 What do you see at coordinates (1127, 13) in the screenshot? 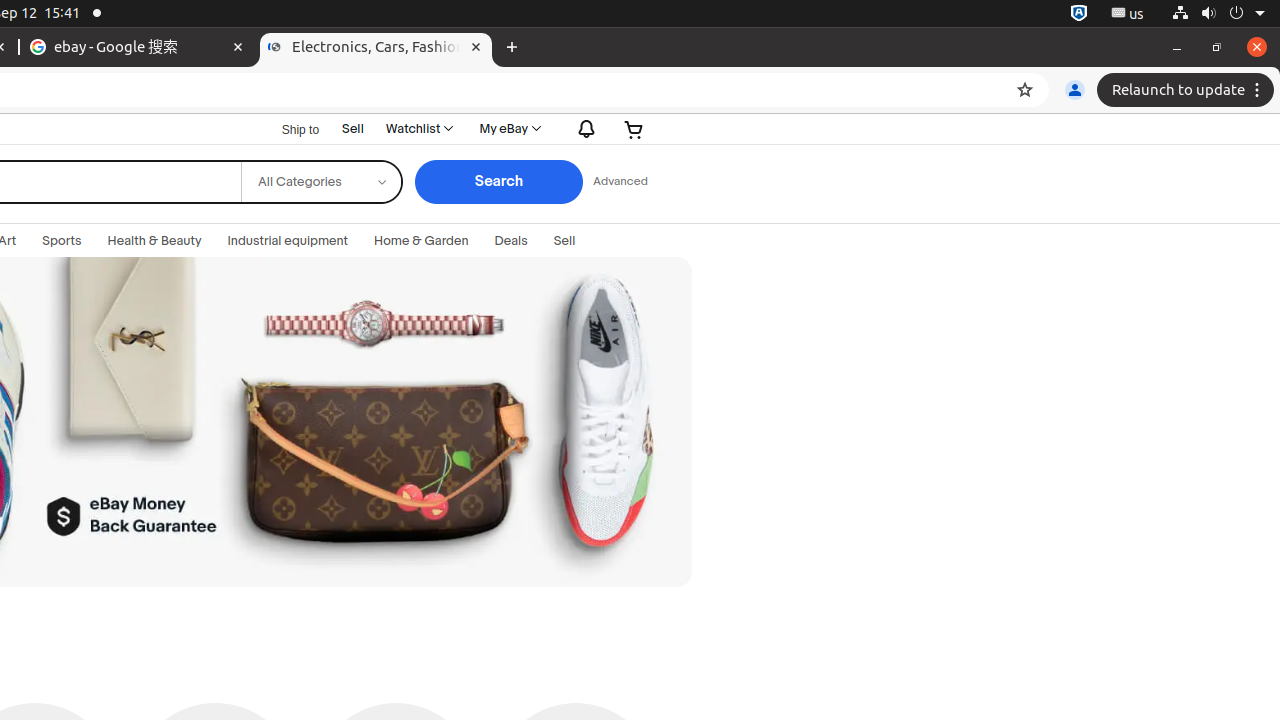
I see `':1.21/StatusNotifierItem'` at bounding box center [1127, 13].